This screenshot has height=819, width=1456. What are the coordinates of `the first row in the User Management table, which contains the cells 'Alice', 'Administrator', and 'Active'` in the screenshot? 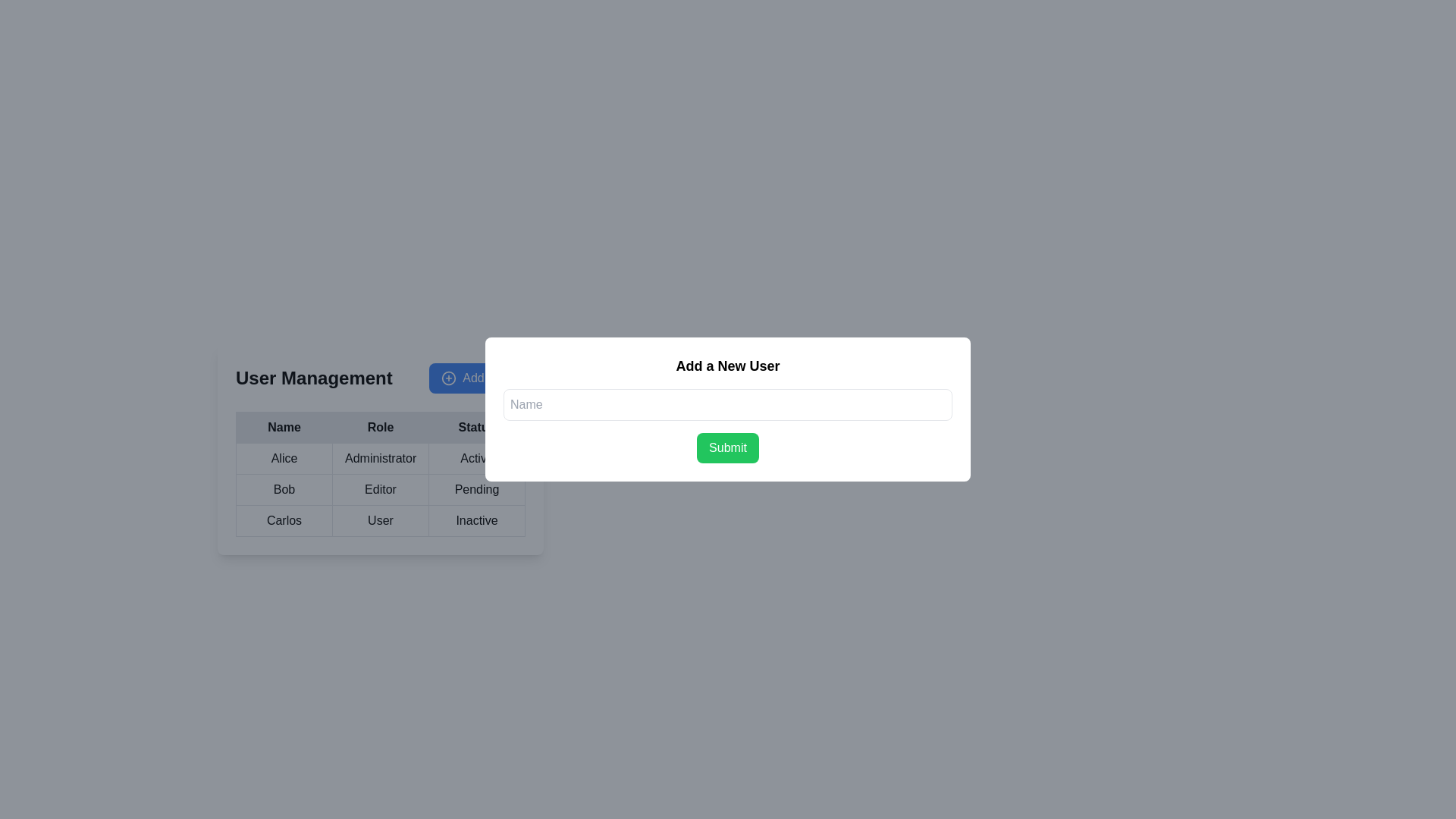 It's located at (381, 458).